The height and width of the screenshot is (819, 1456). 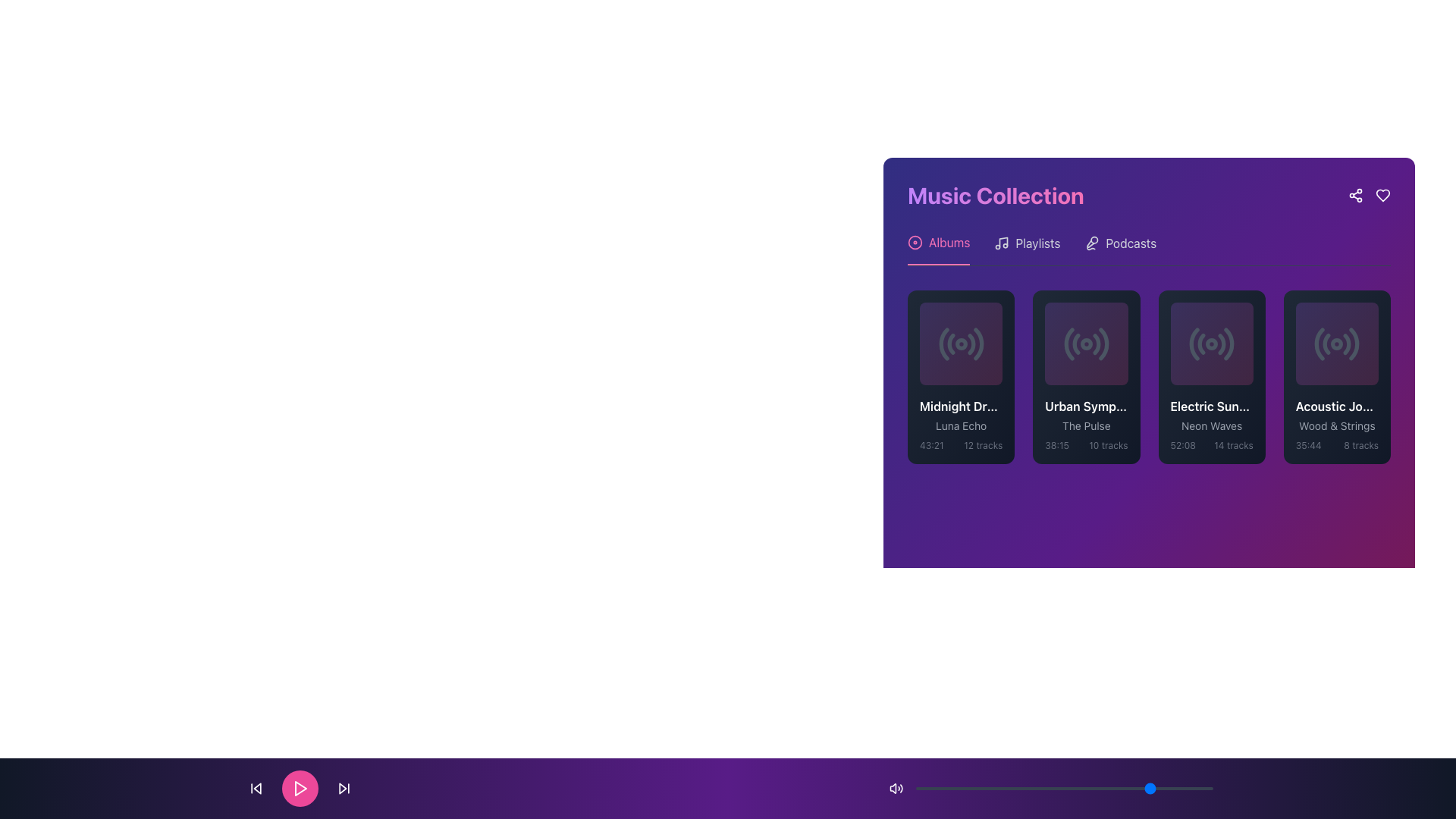 What do you see at coordinates (1085, 445) in the screenshot?
I see `the Text Label displaying '38:15' and '10 tracks' located at the bottom of the card labeled 'Urban Symphony - The Pulse'` at bounding box center [1085, 445].